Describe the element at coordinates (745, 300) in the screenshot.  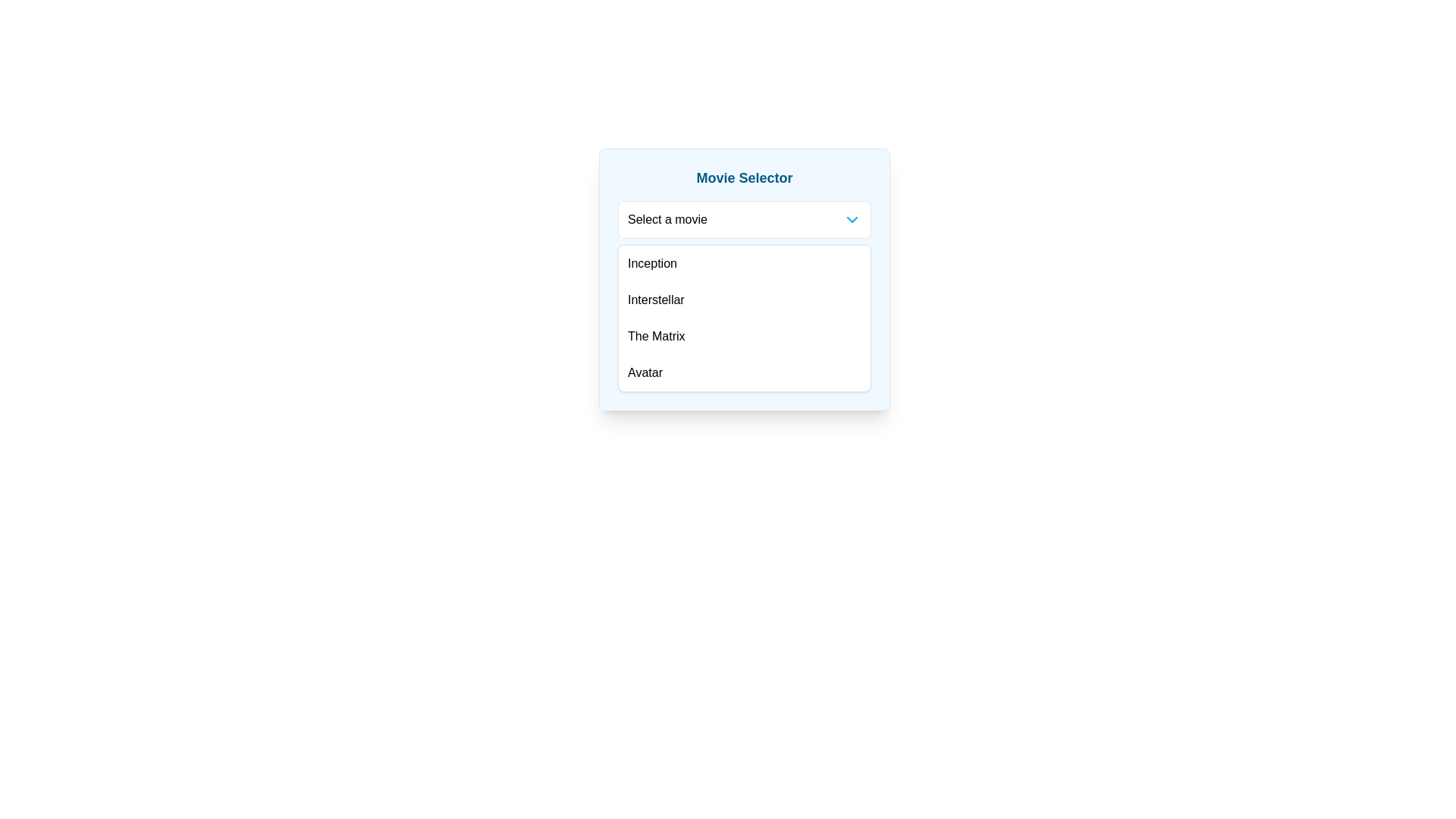
I see `to select the movie 'Interstellar' from the dropdown menu in the Movie Selector section` at that location.